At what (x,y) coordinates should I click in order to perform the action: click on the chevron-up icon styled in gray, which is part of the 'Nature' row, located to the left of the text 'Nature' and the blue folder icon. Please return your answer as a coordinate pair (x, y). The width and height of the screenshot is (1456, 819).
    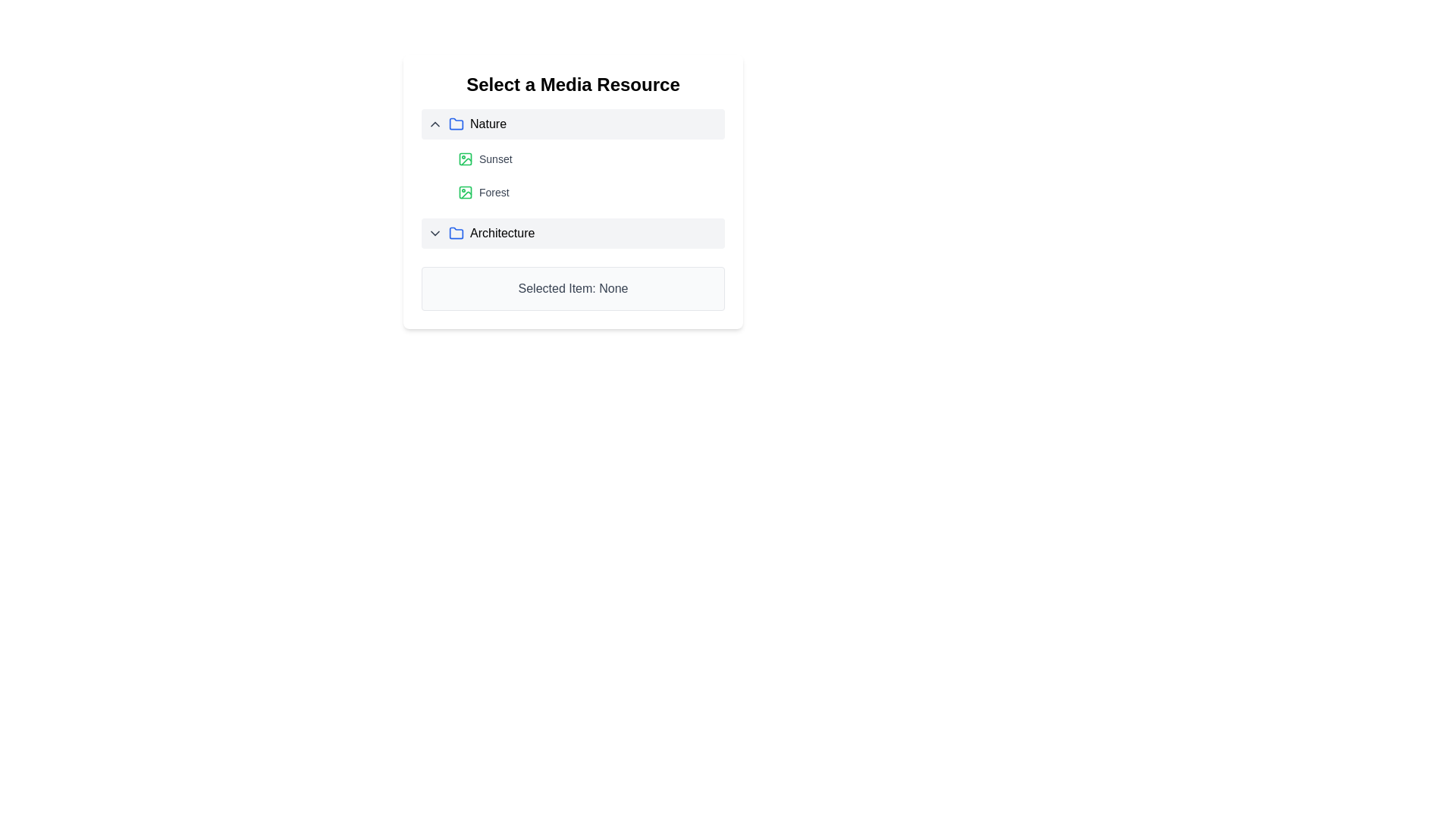
    Looking at the image, I should click on (435, 124).